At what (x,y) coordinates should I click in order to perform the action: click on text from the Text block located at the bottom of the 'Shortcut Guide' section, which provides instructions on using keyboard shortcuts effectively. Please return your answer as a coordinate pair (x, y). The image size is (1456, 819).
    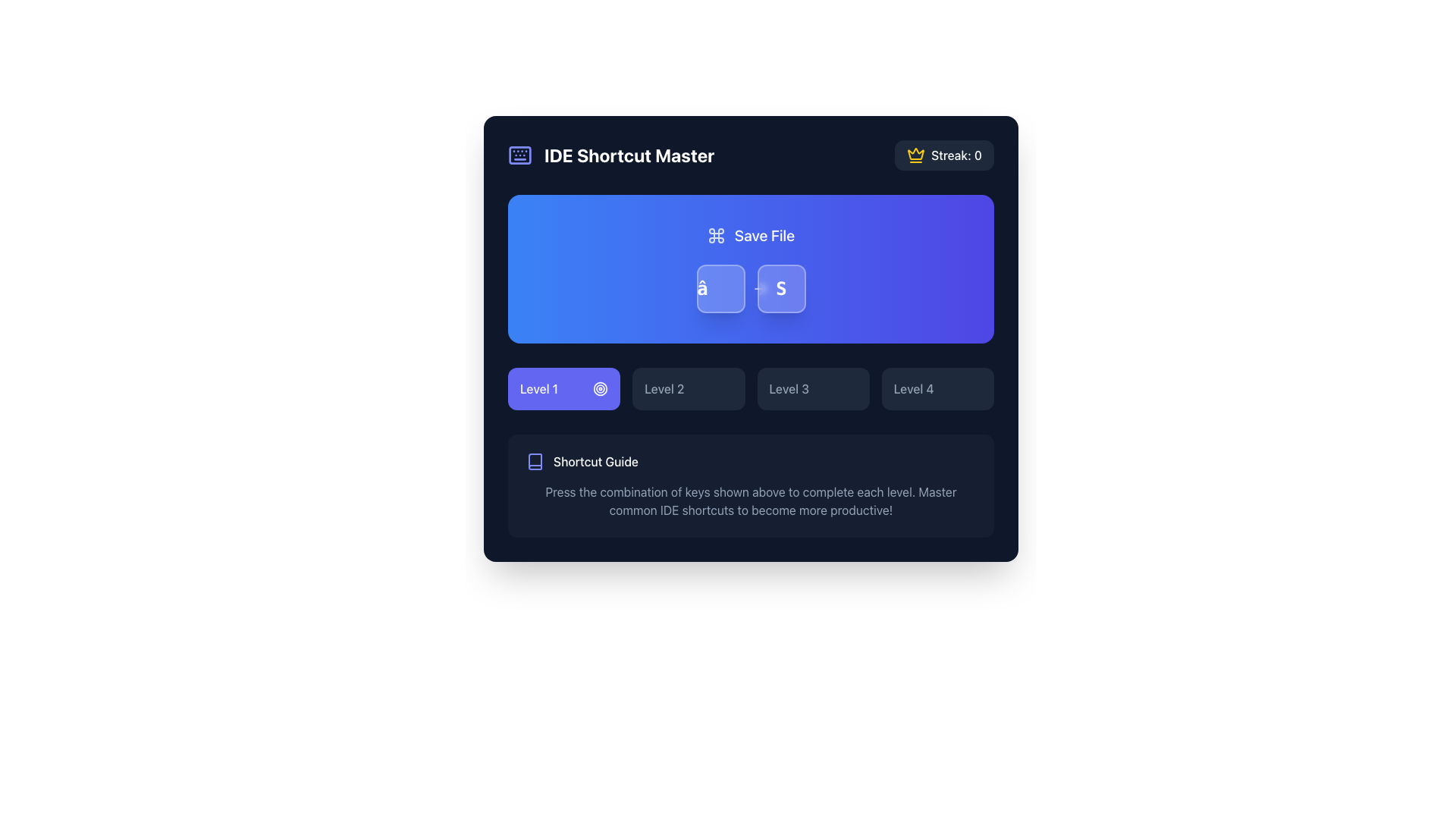
    Looking at the image, I should click on (751, 500).